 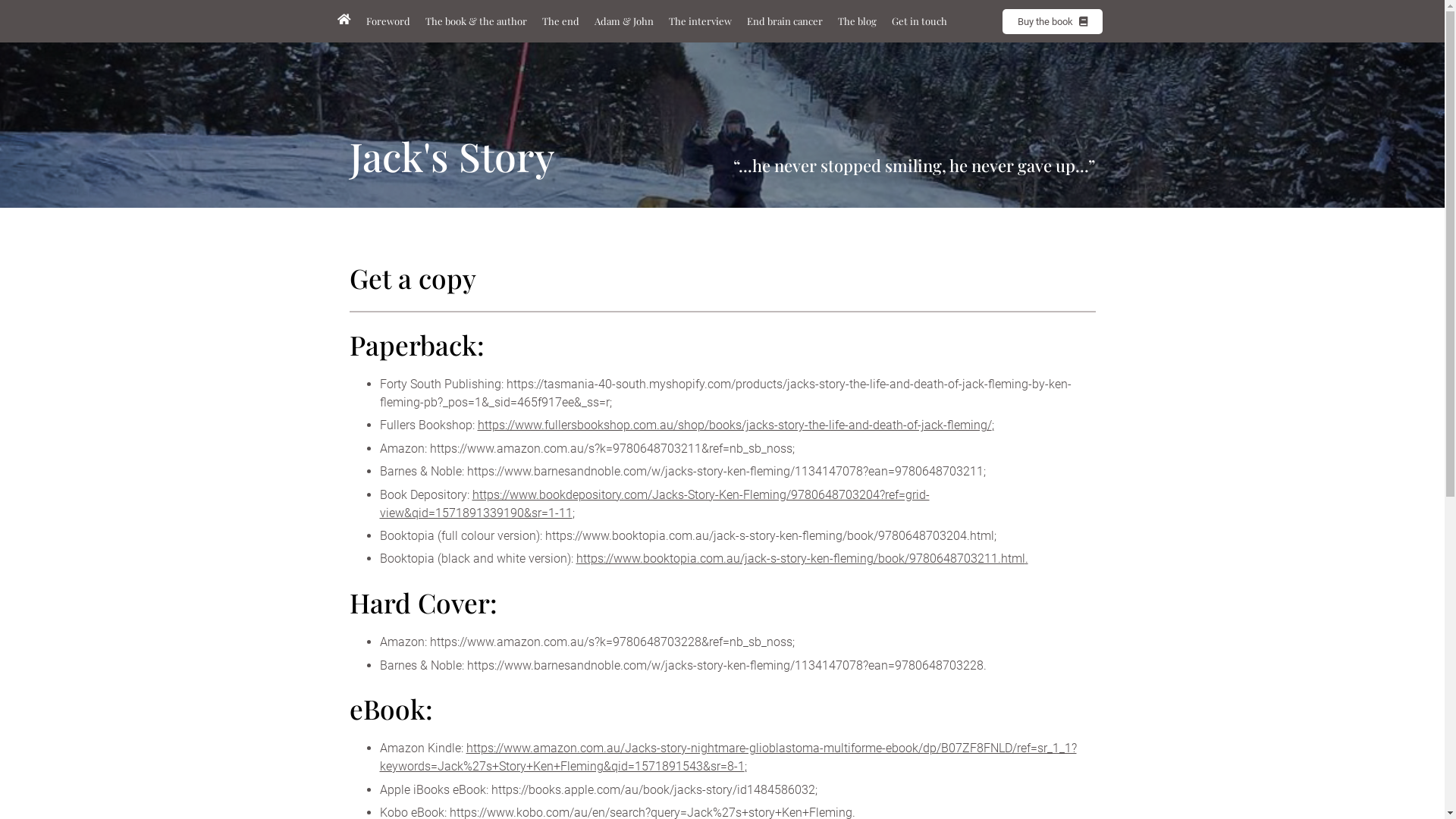 I want to click on 'https://books.apple.com/au/book/jacks-story/id1484586032', so click(x=653, y=789).